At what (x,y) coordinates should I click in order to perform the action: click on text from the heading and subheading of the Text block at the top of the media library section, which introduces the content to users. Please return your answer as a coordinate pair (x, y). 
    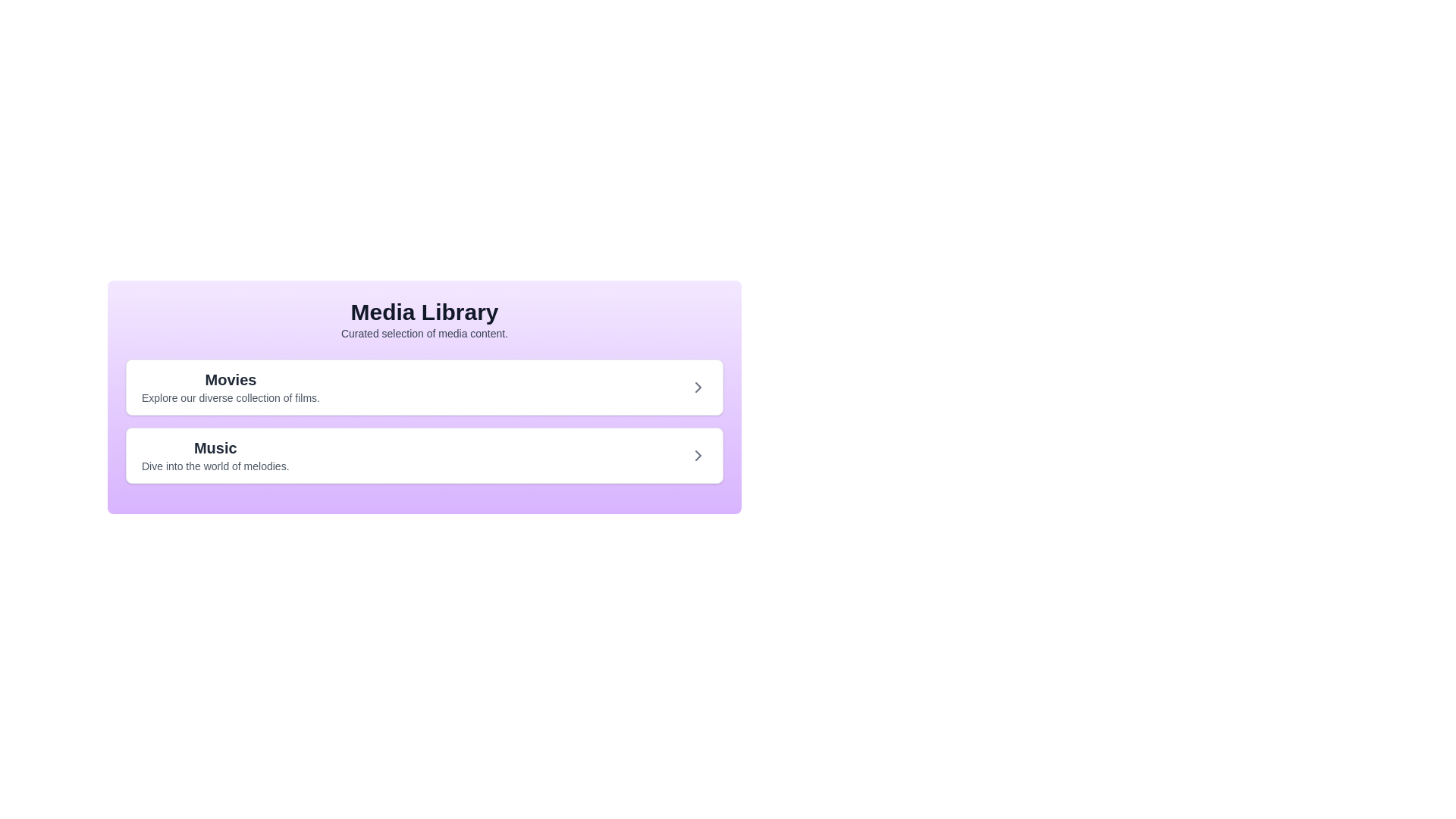
    Looking at the image, I should click on (425, 318).